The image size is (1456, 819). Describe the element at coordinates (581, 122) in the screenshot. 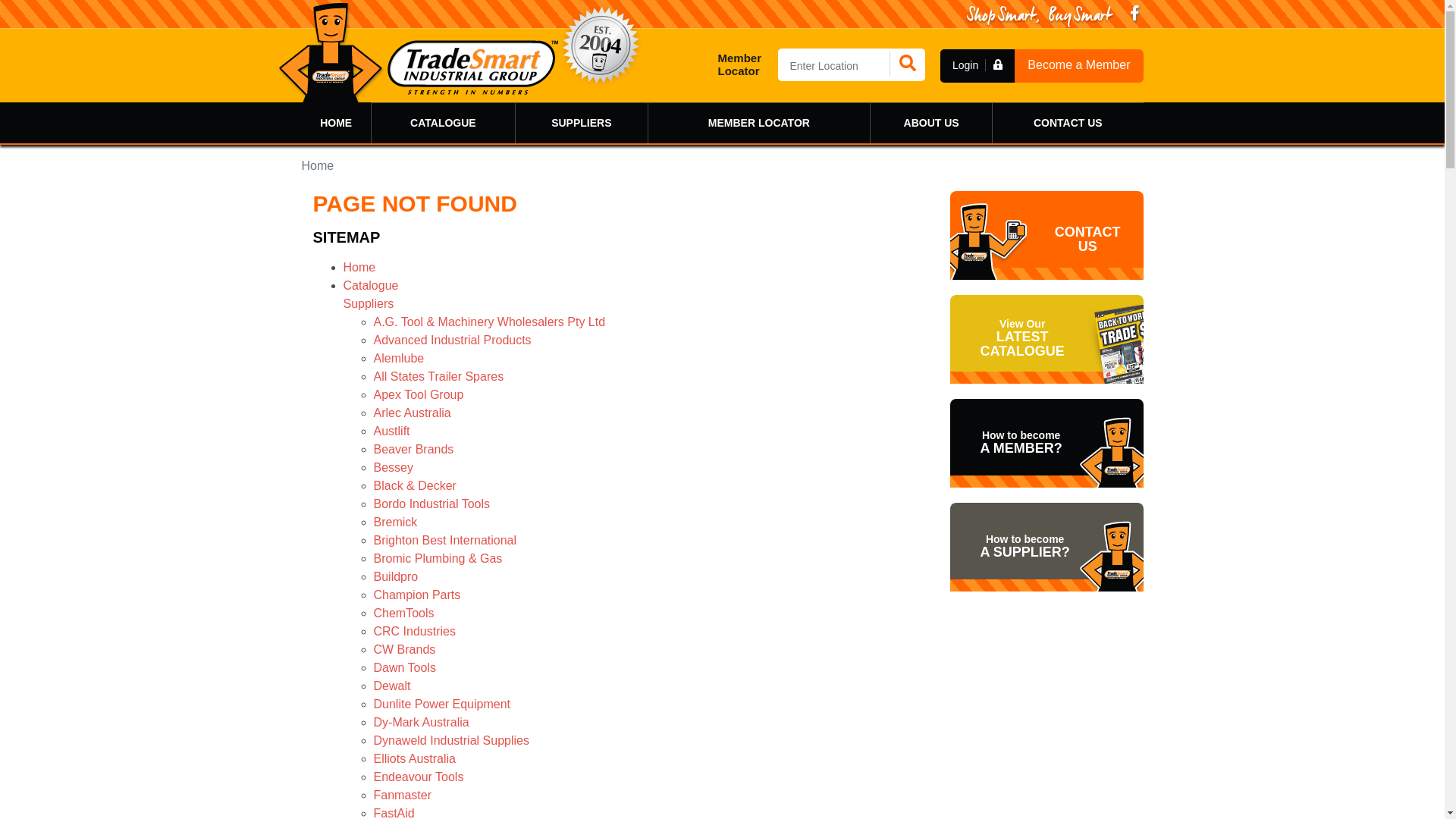

I see `'SUPPLIERS'` at that location.